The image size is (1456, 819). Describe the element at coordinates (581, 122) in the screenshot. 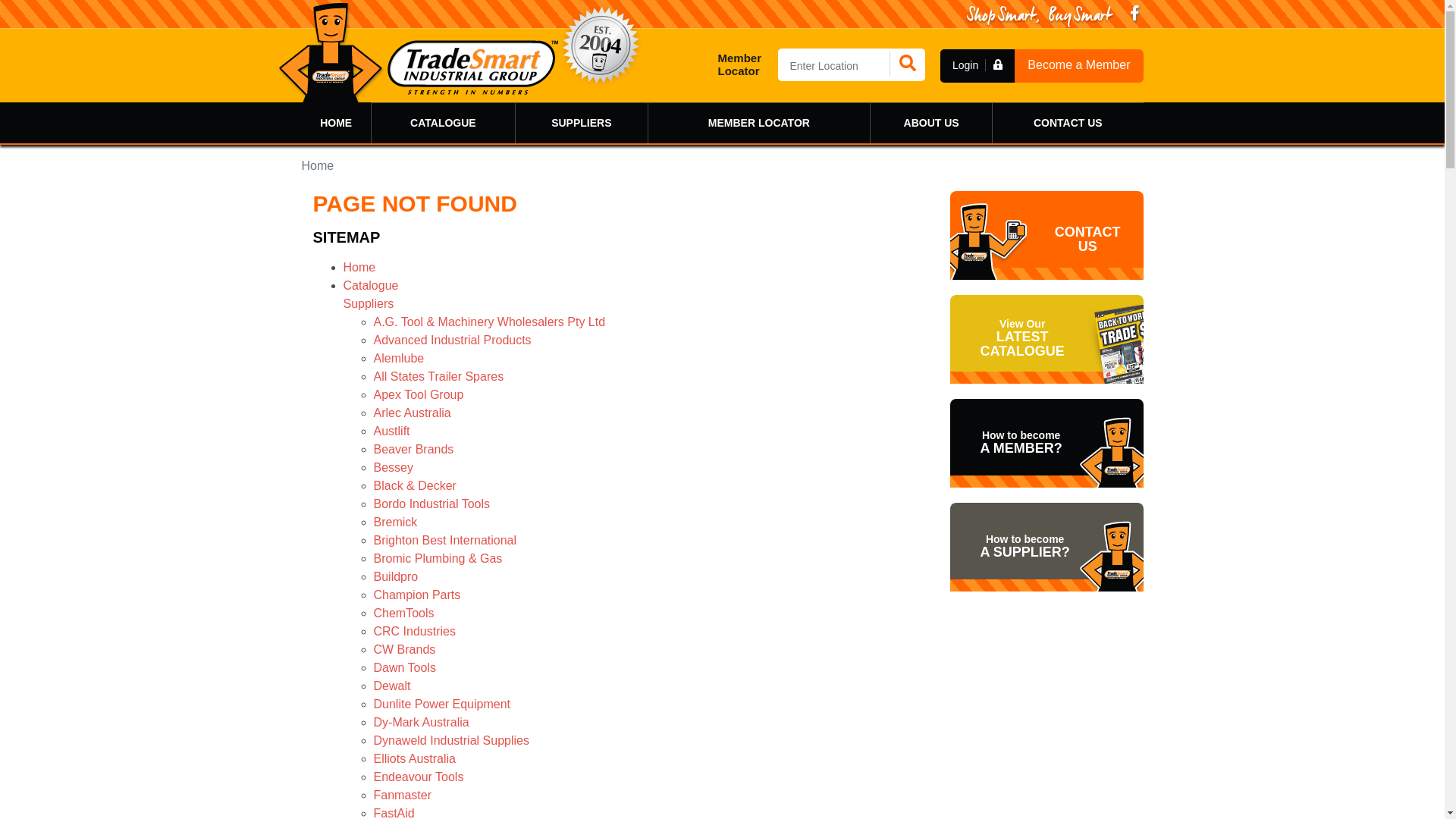

I see `'SUPPLIERS'` at that location.